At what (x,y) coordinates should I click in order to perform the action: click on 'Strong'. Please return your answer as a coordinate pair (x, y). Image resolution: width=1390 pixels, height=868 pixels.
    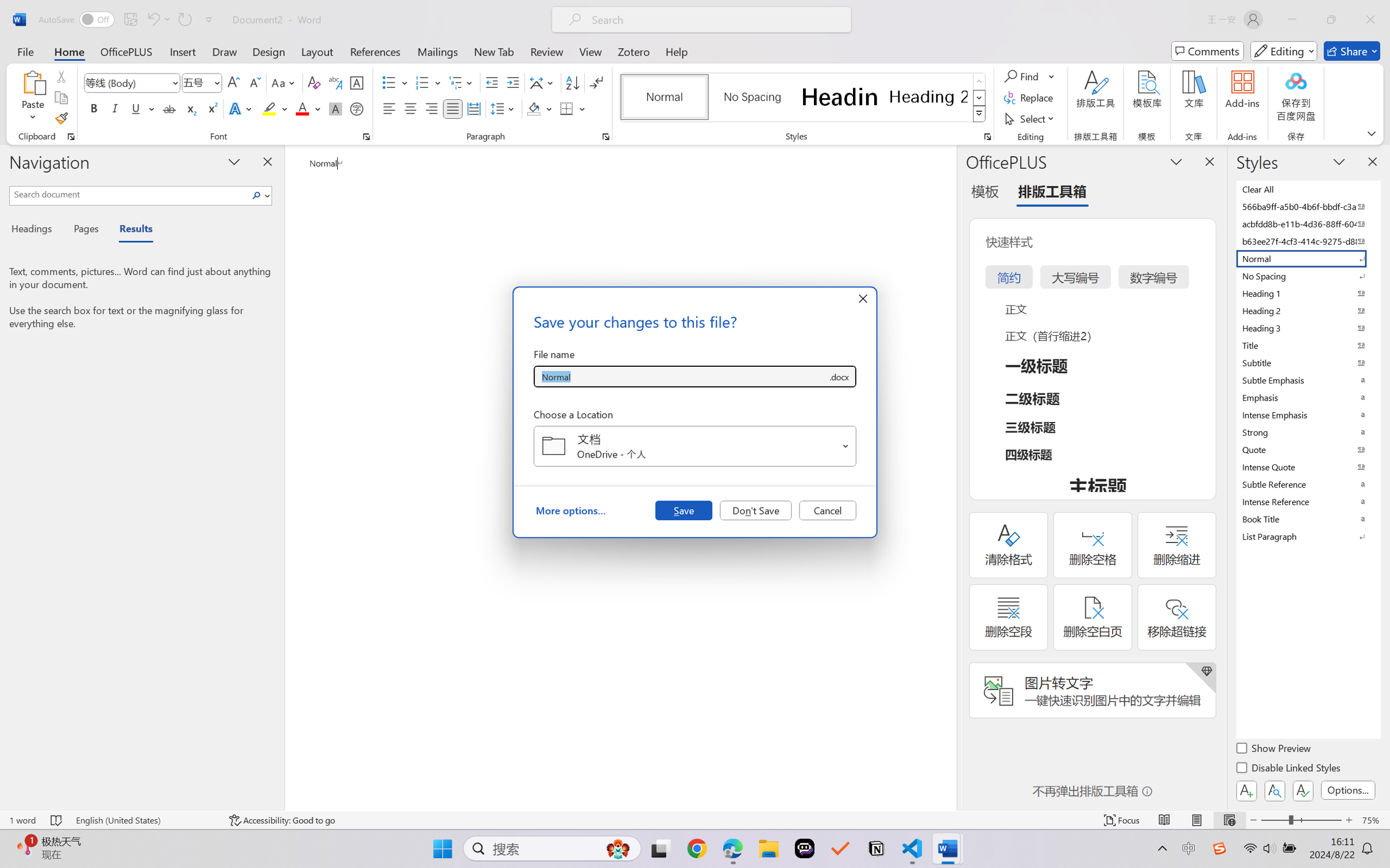
    Looking at the image, I should click on (1307, 432).